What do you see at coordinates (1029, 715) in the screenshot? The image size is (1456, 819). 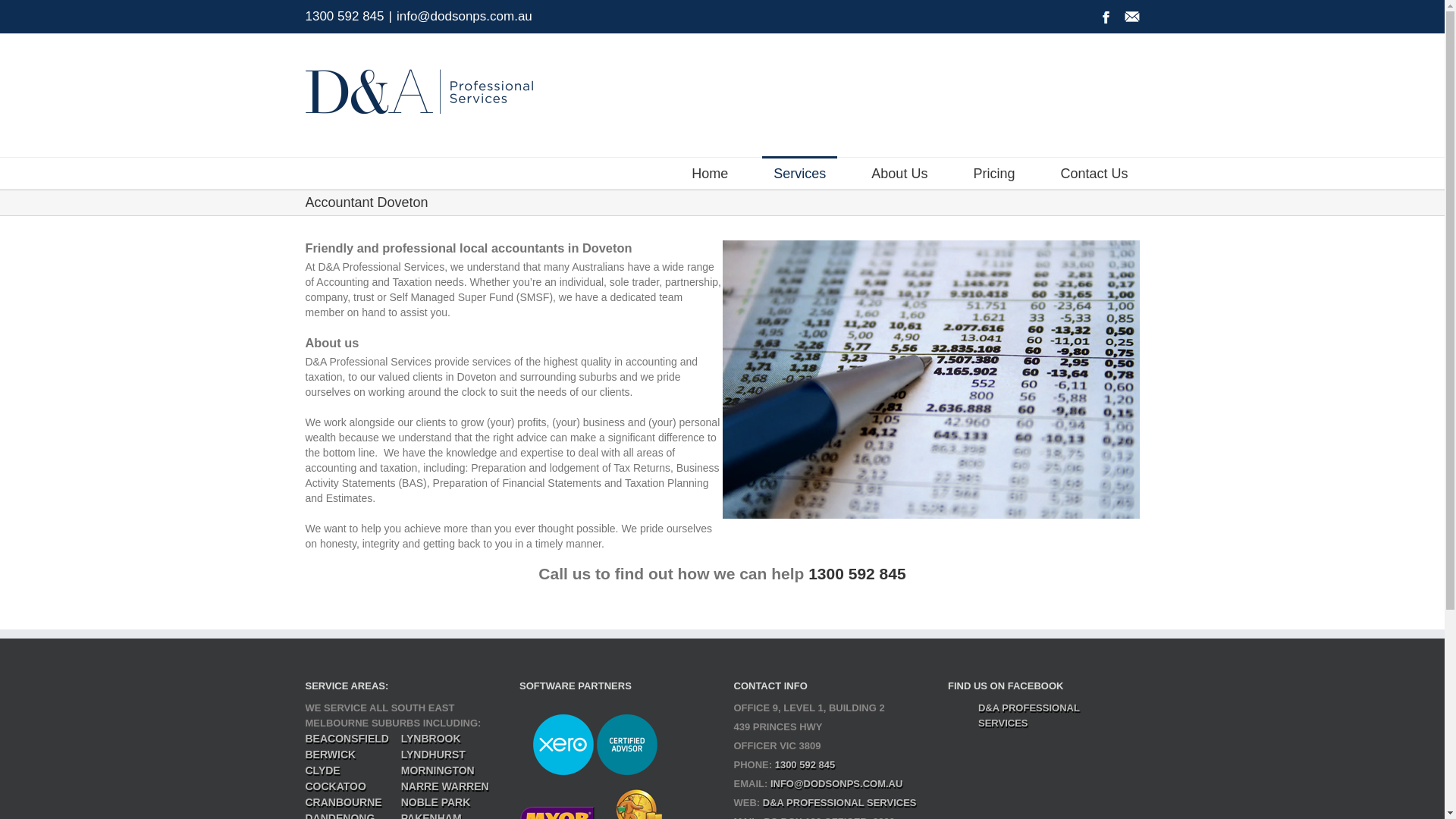 I see `'D&A PROFESSIONAL SERVICES'` at bounding box center [1029, 715].